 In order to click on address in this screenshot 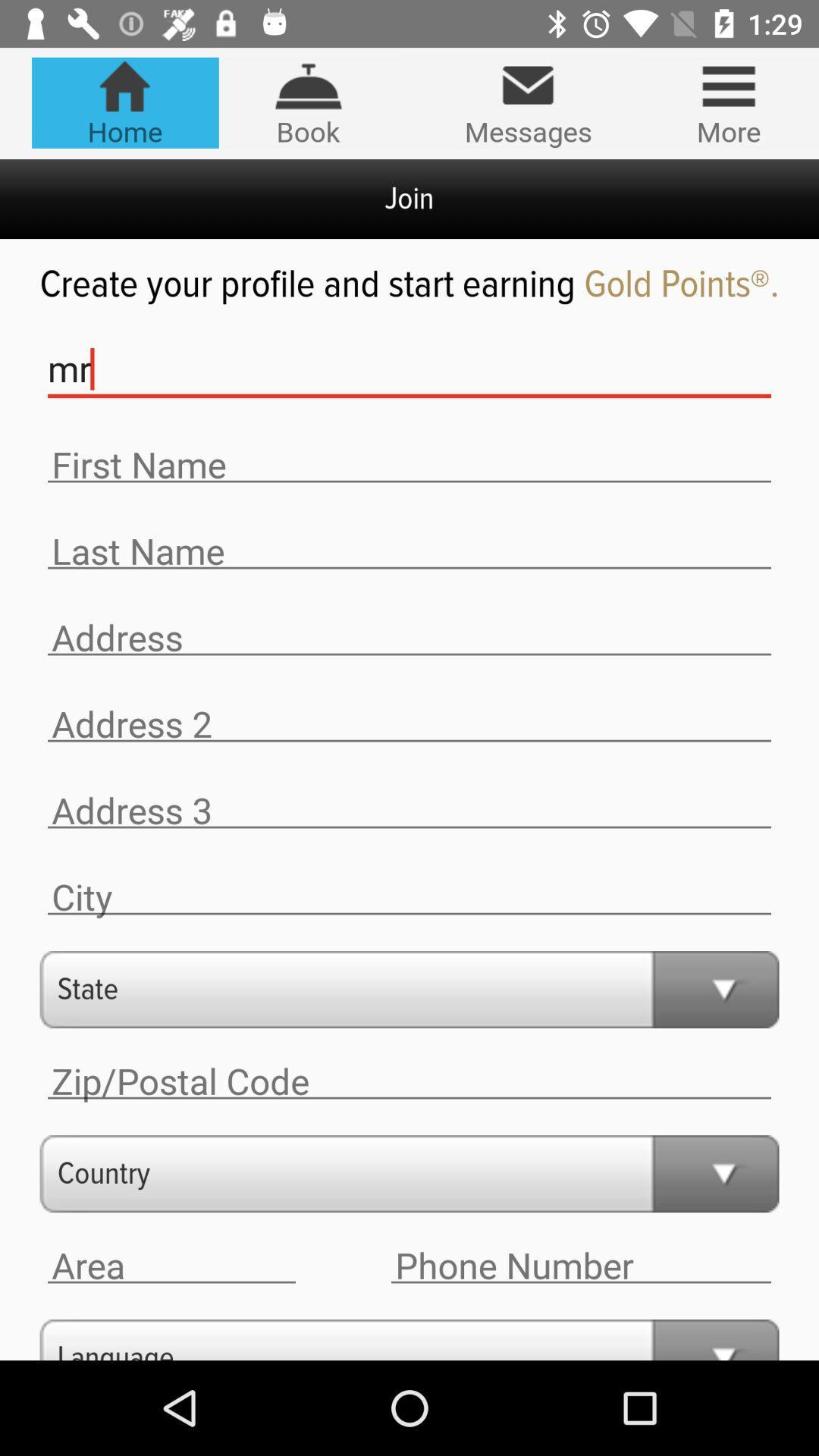, I will do `click(409, 723)`.